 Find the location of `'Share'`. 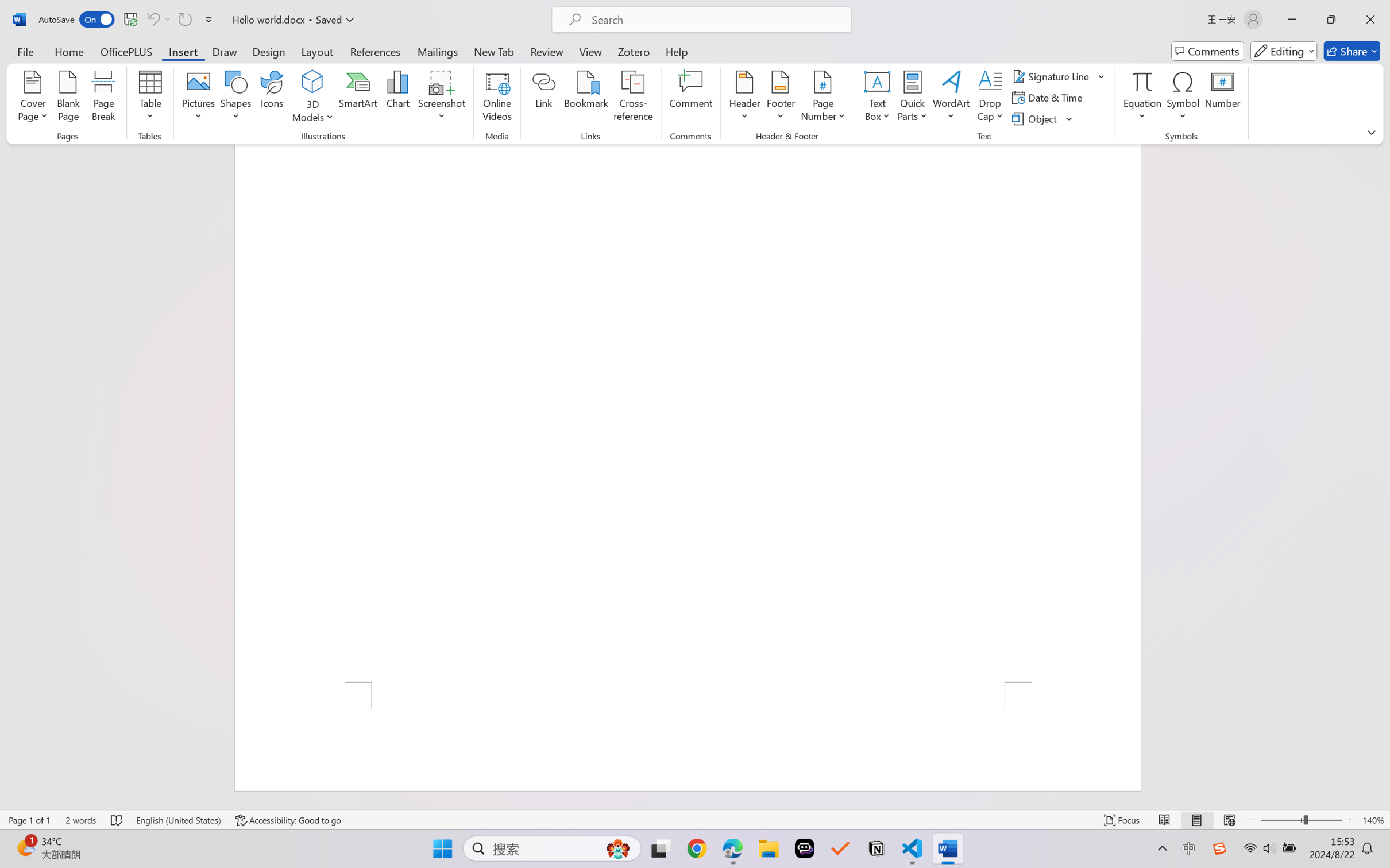

'Share' is located at coordinates (1351, 51).